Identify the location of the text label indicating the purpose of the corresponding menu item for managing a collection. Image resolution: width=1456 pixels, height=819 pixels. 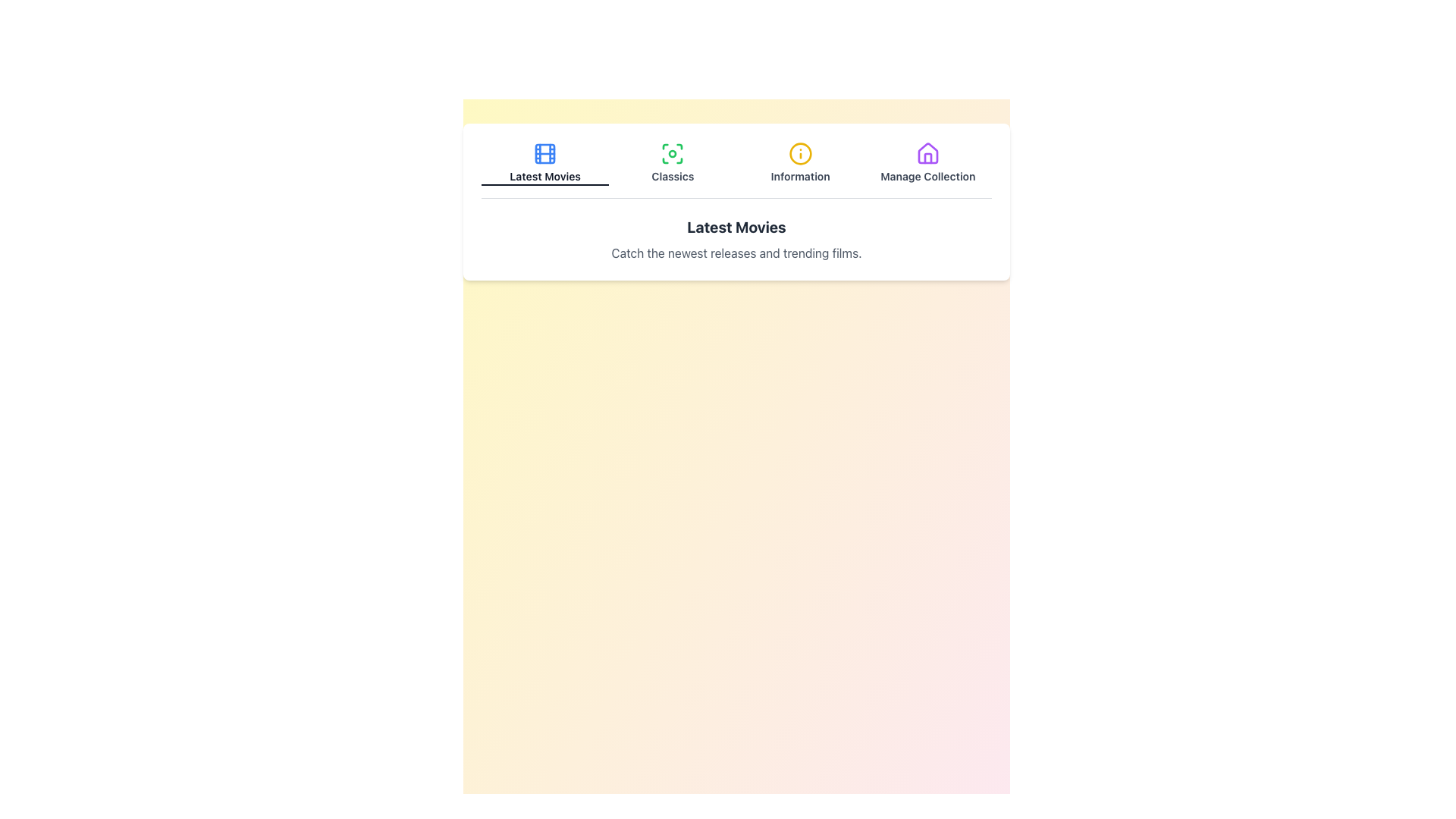
(927, 175).